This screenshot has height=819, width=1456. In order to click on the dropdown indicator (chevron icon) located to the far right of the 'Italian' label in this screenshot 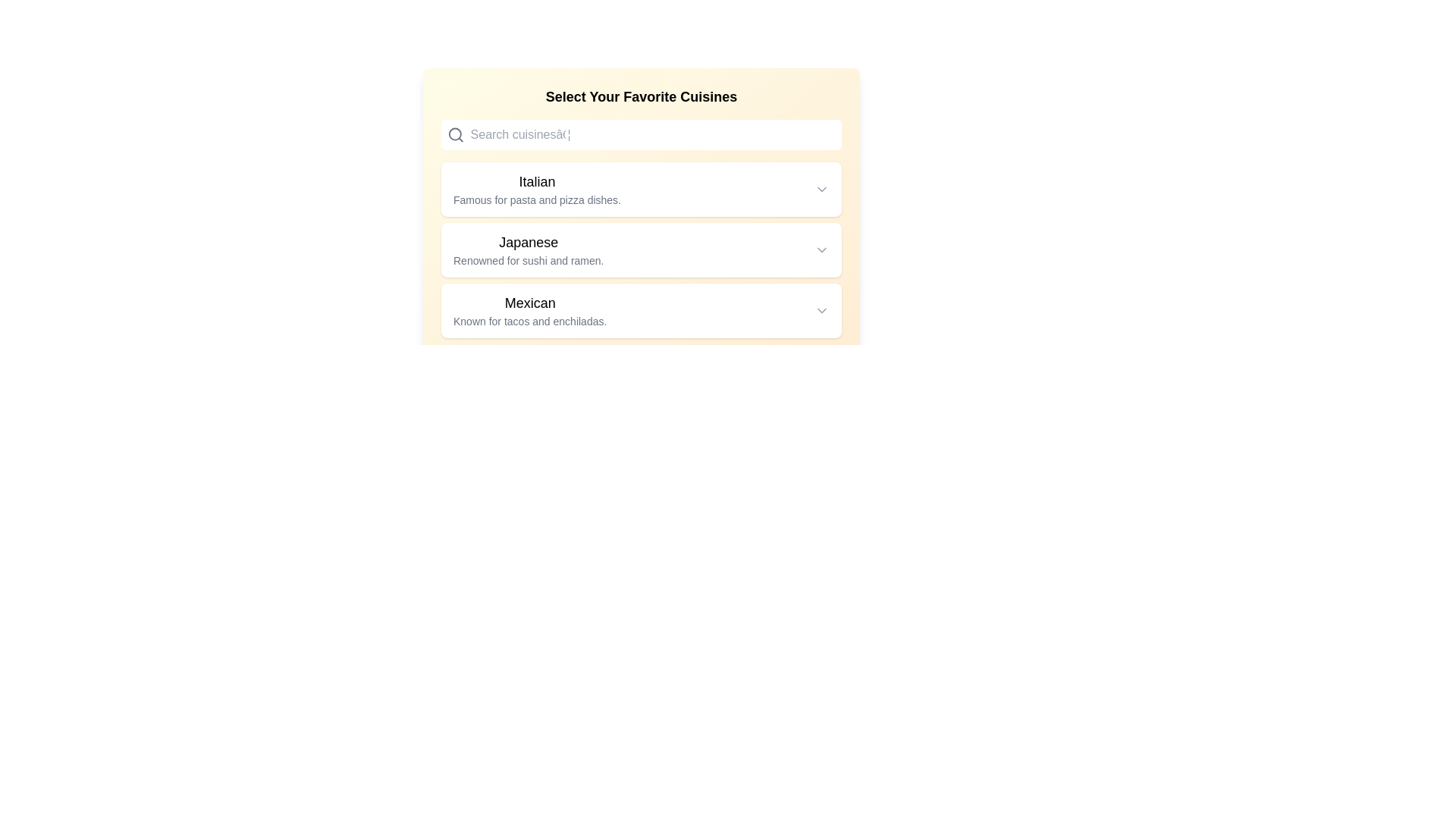, I will do `click(821, 189)`.